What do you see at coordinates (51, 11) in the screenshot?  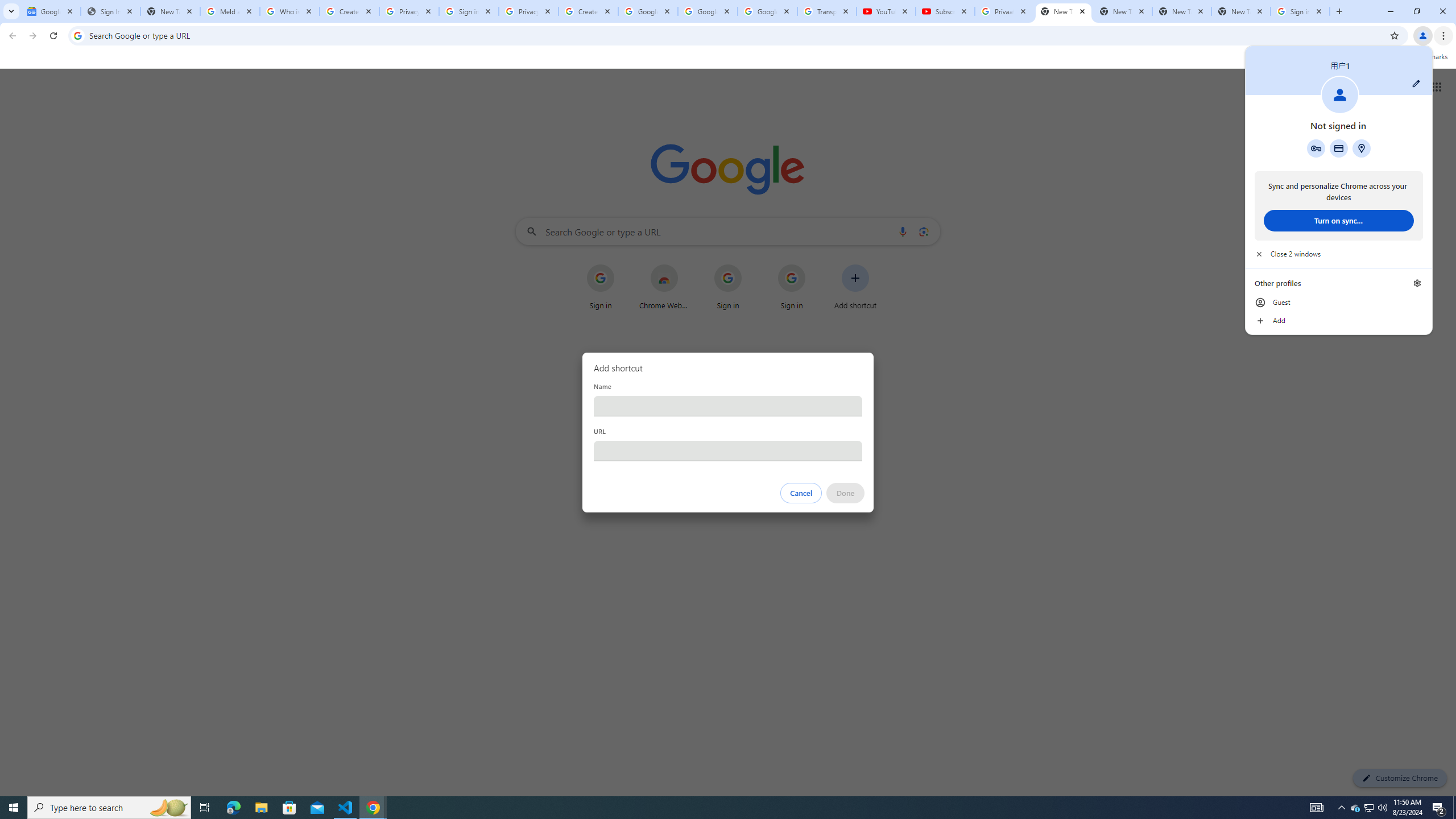 I see `'Google News'` at bounding box center [51, 11].